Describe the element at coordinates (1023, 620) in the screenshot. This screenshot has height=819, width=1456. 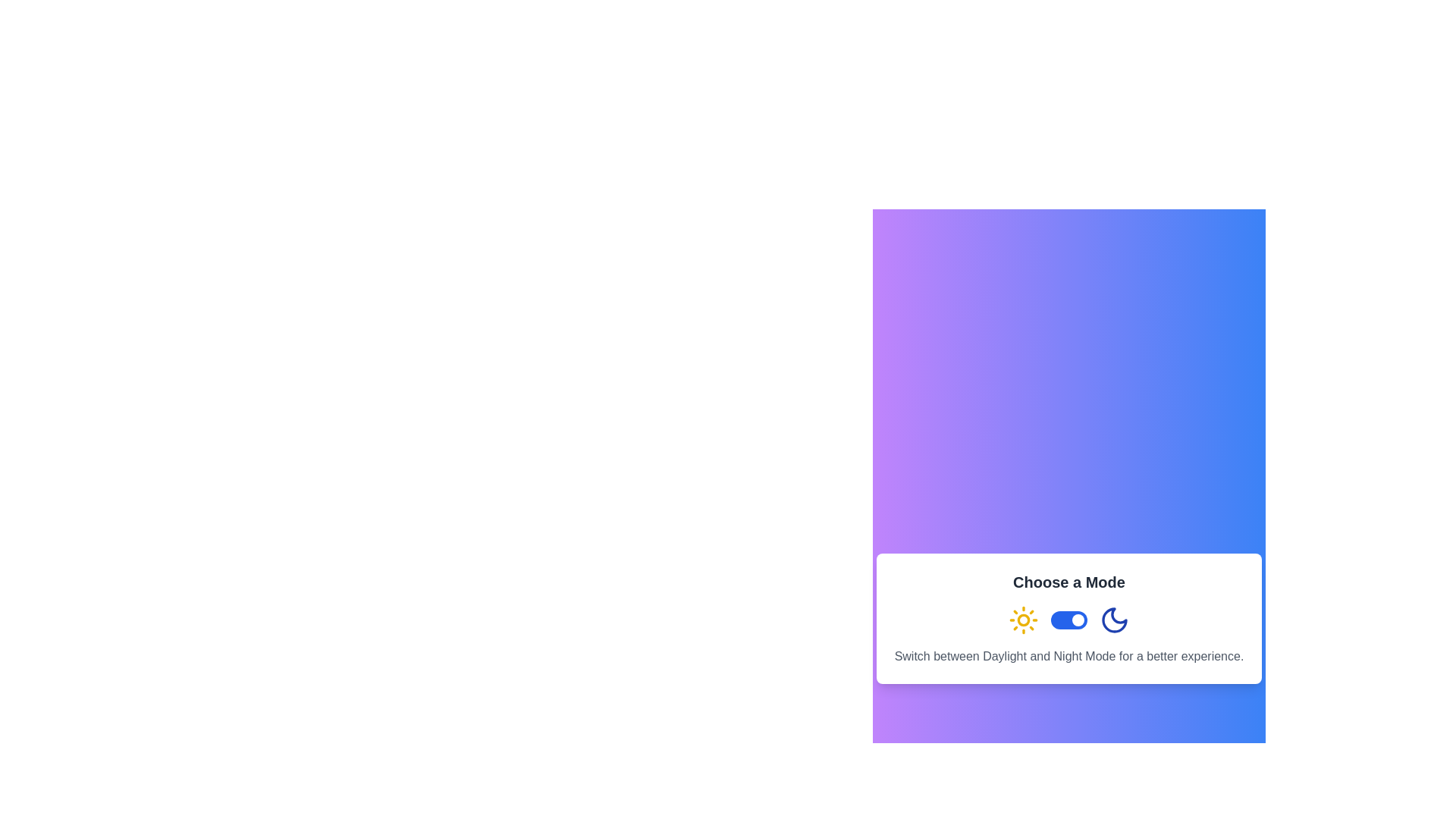
I see `the small circular graphical component located at the center of the sun icon within the 'Choose a Mode' interface section` at that location.